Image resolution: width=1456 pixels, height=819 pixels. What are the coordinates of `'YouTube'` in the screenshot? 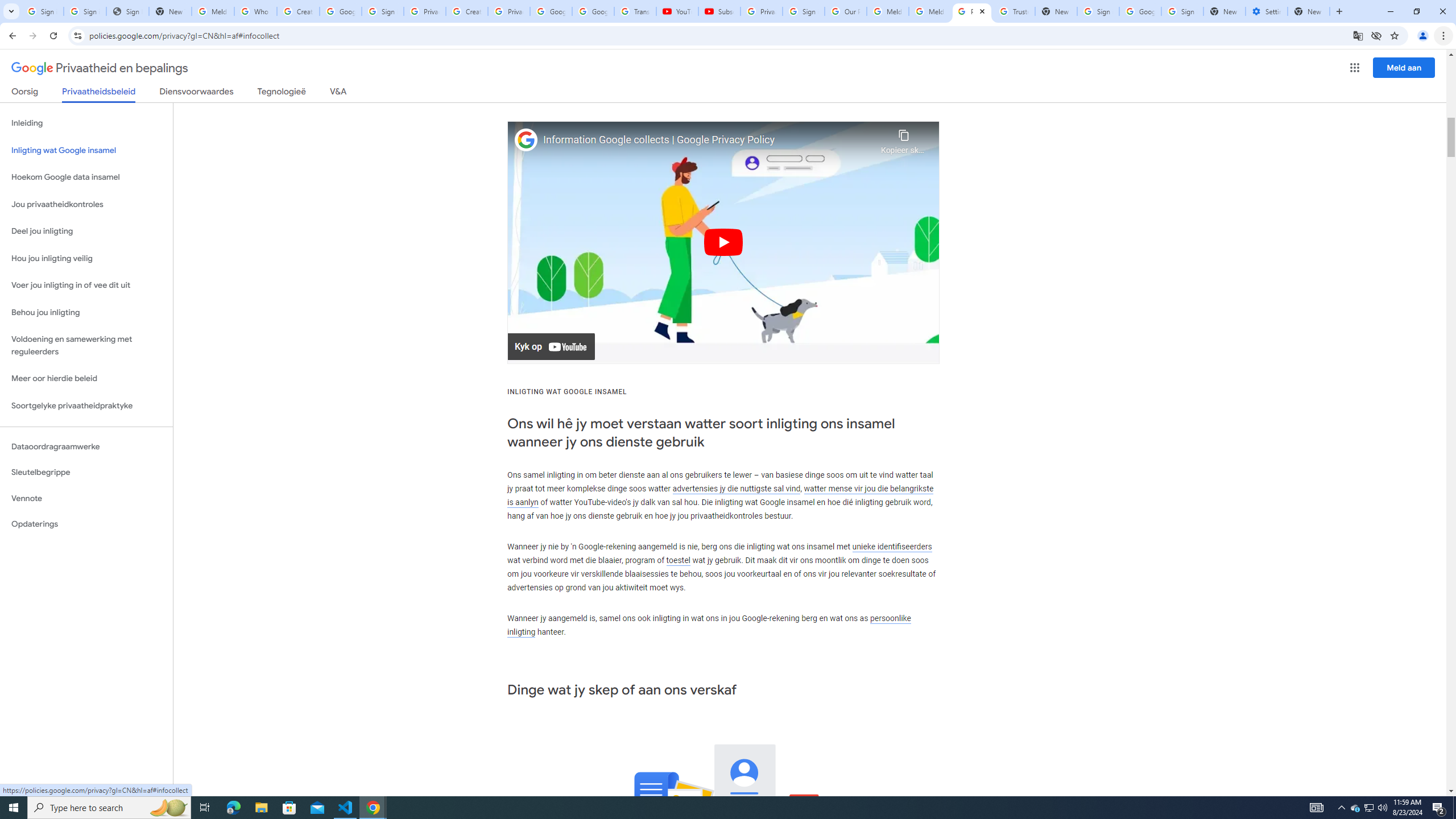 It's located at (677, 11).